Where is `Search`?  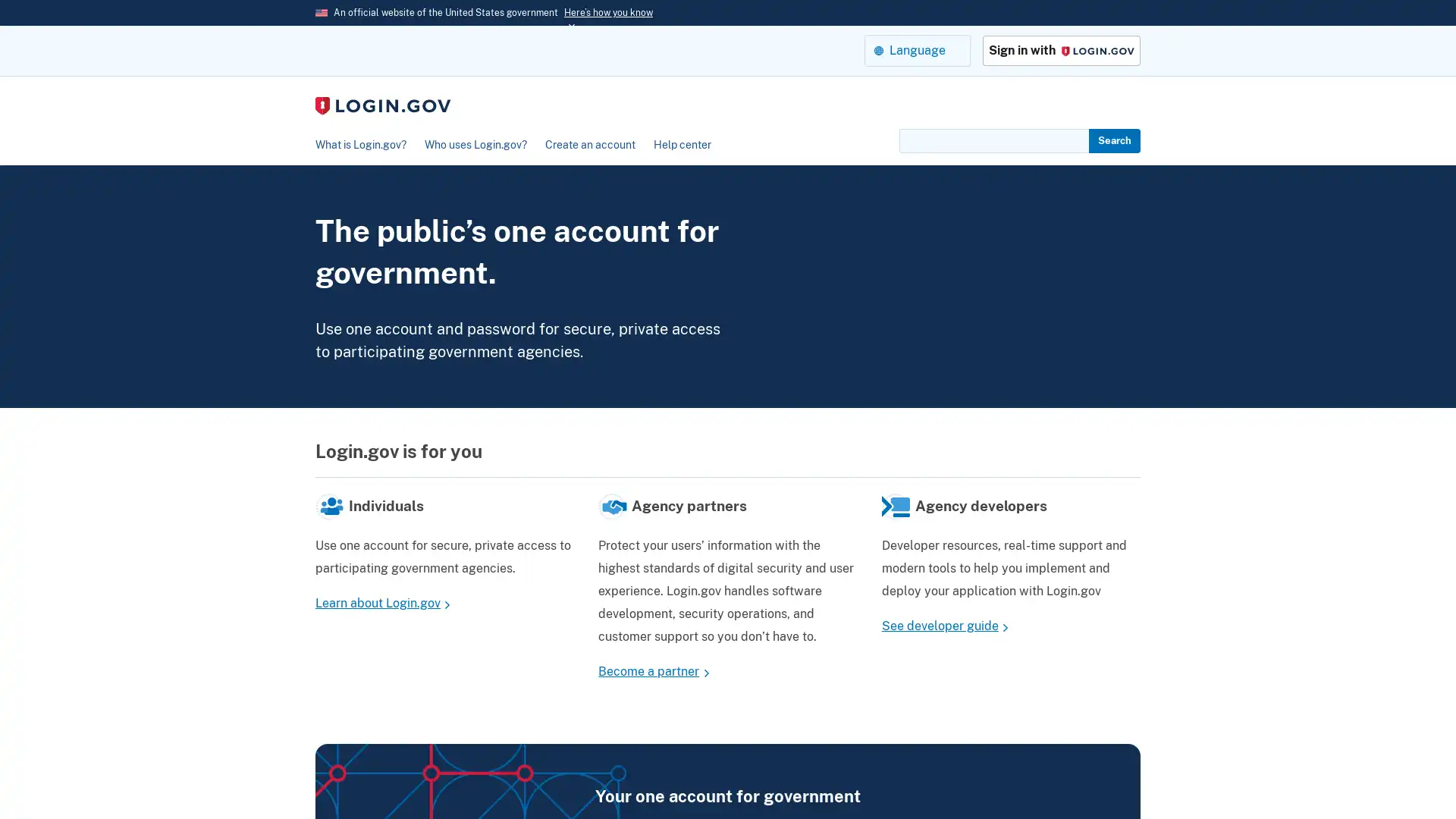 Search is located at coordinates (1114, 140).